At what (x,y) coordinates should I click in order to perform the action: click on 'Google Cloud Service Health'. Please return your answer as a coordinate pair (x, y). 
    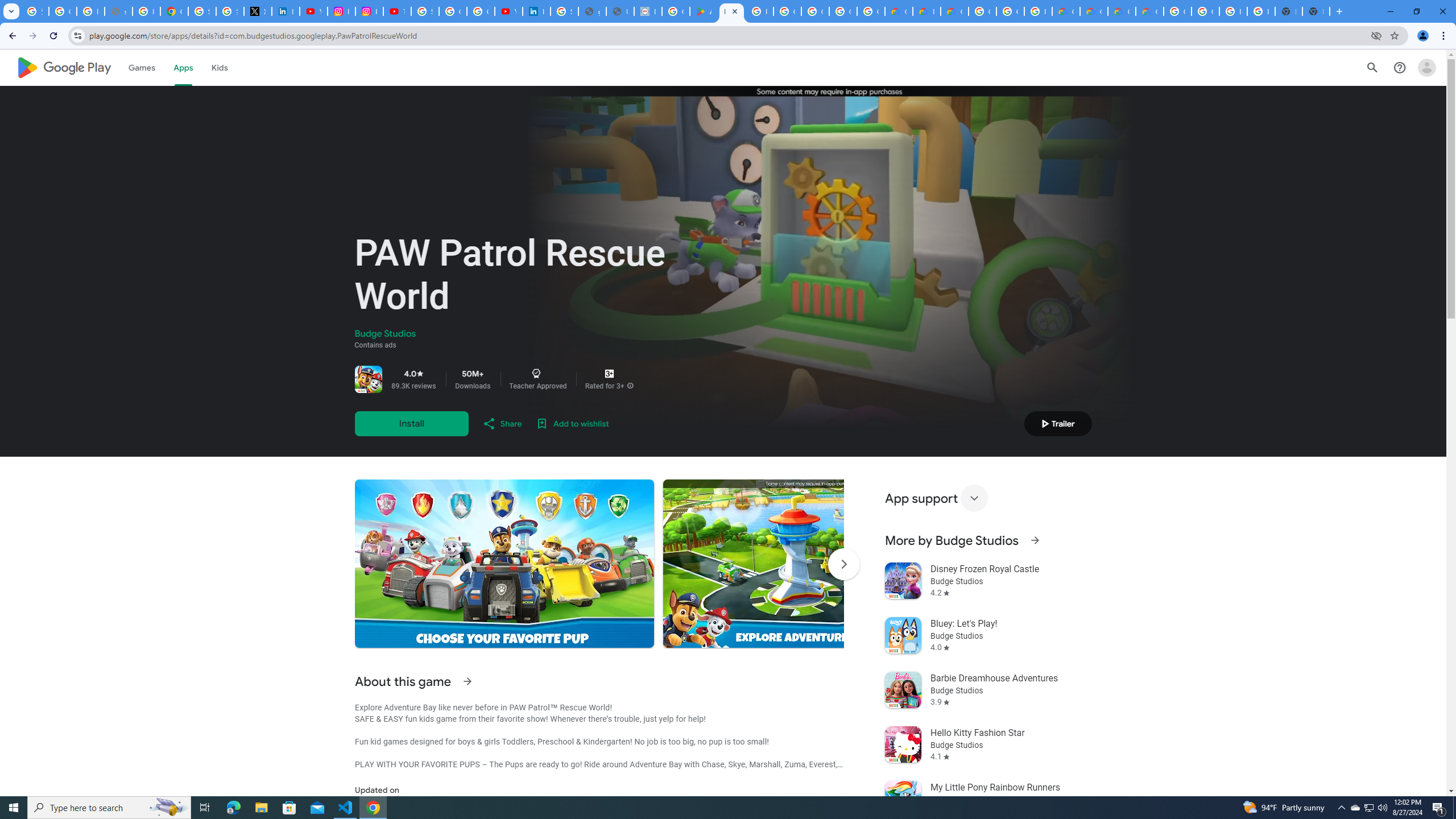
    Looking at the image, I should click on (1149, 11).